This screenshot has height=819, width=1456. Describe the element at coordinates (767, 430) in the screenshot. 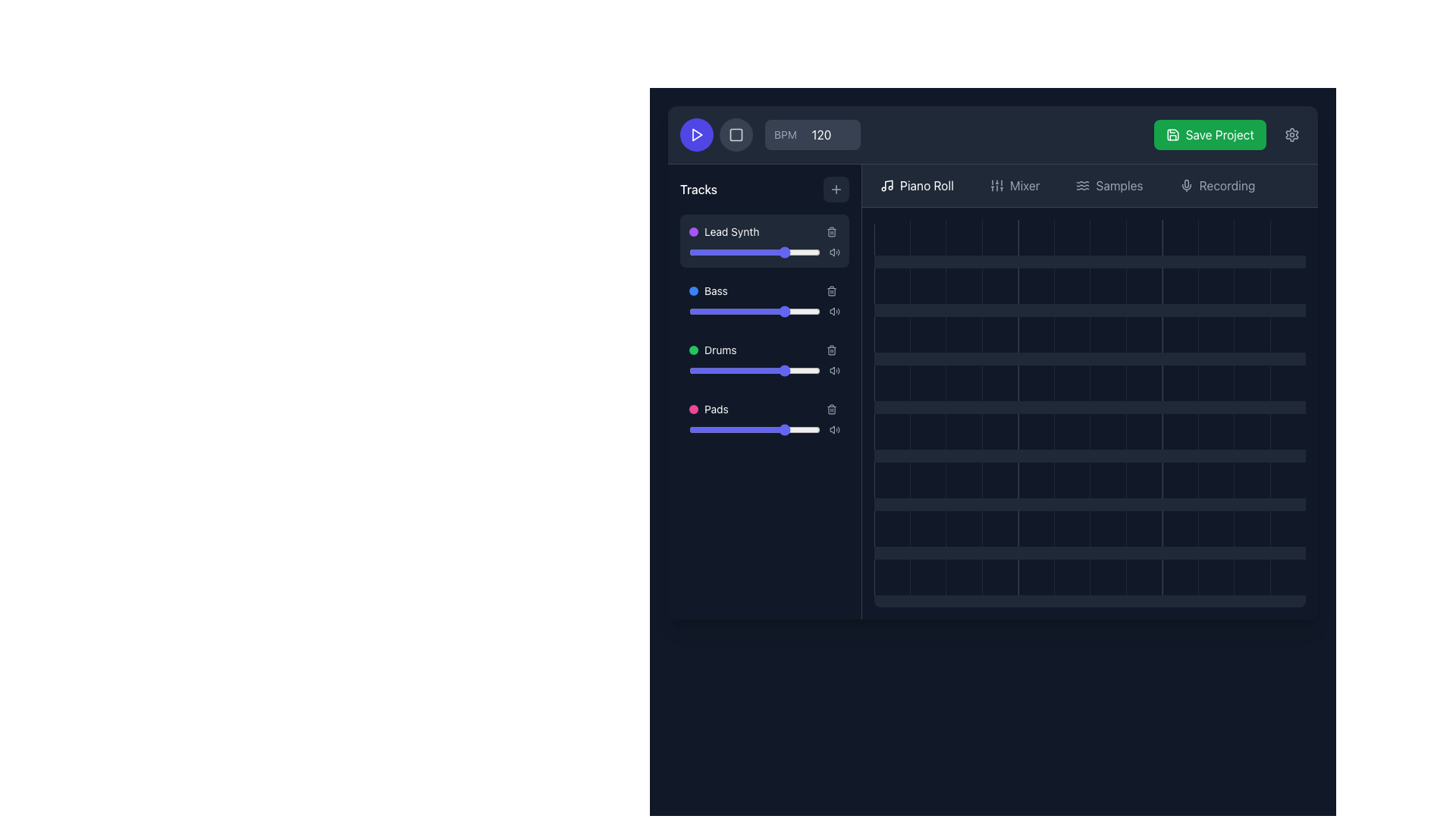

I see `the slider` at that location.